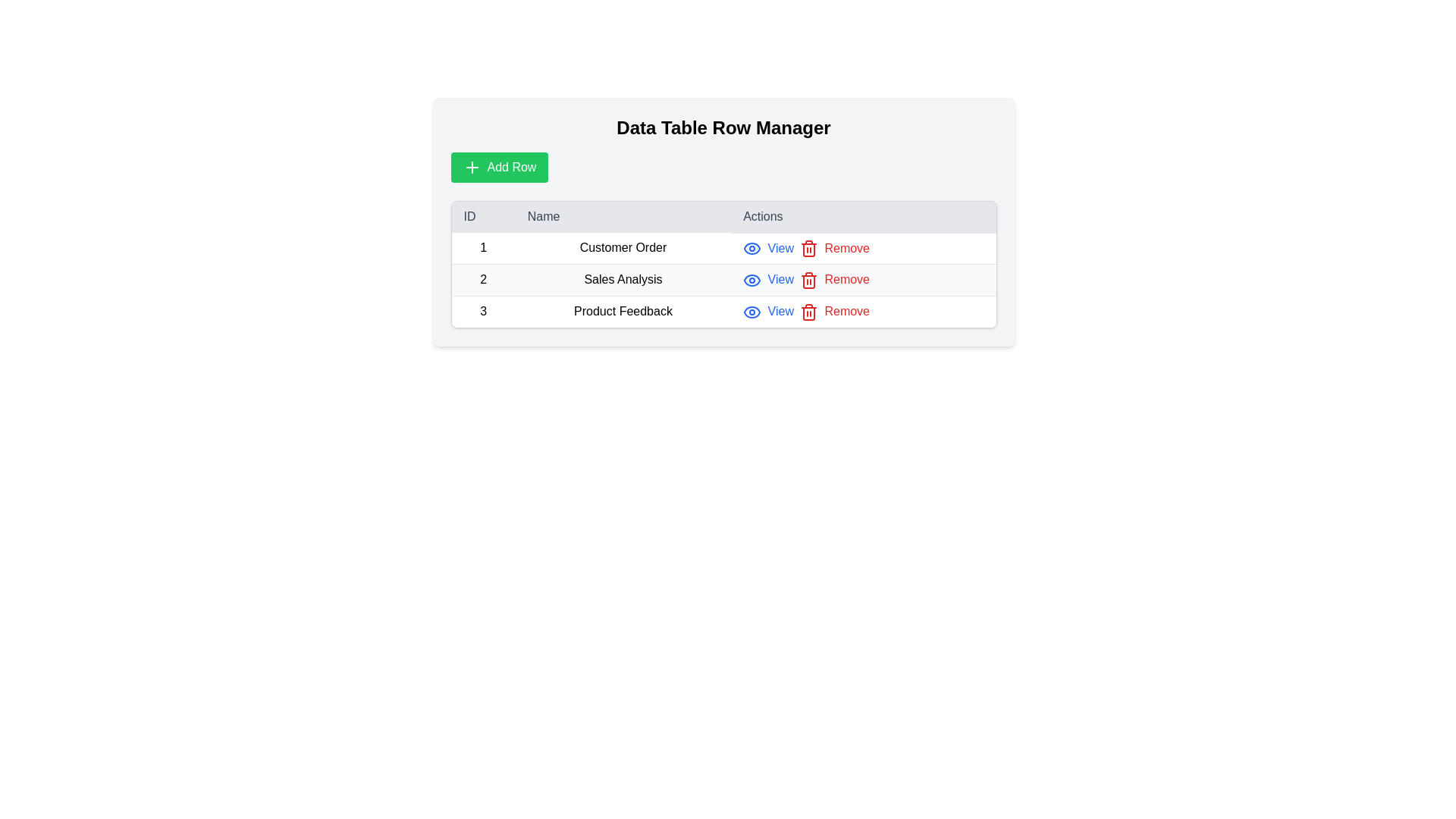  Describe the element at coordinates (482, 310) in the screenshot. I see `the table cell displaying the number '3' in the 'ID' column of the third row for potential row interaction` at that location.